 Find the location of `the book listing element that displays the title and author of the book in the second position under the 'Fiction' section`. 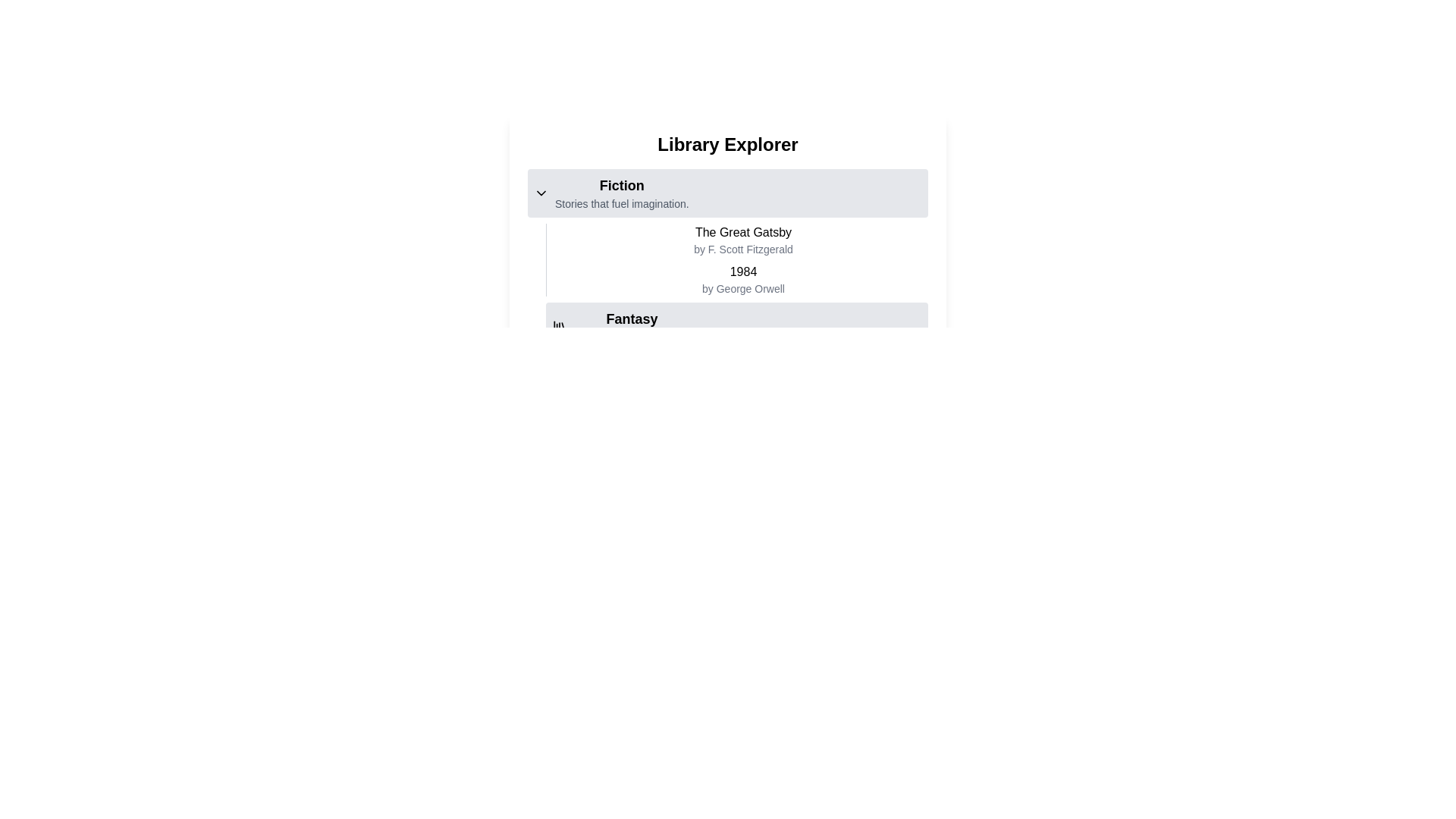

the book listing element that displays the title and author of the book in the second position under the 'Fiction' section is located at coordinates (743, 280).